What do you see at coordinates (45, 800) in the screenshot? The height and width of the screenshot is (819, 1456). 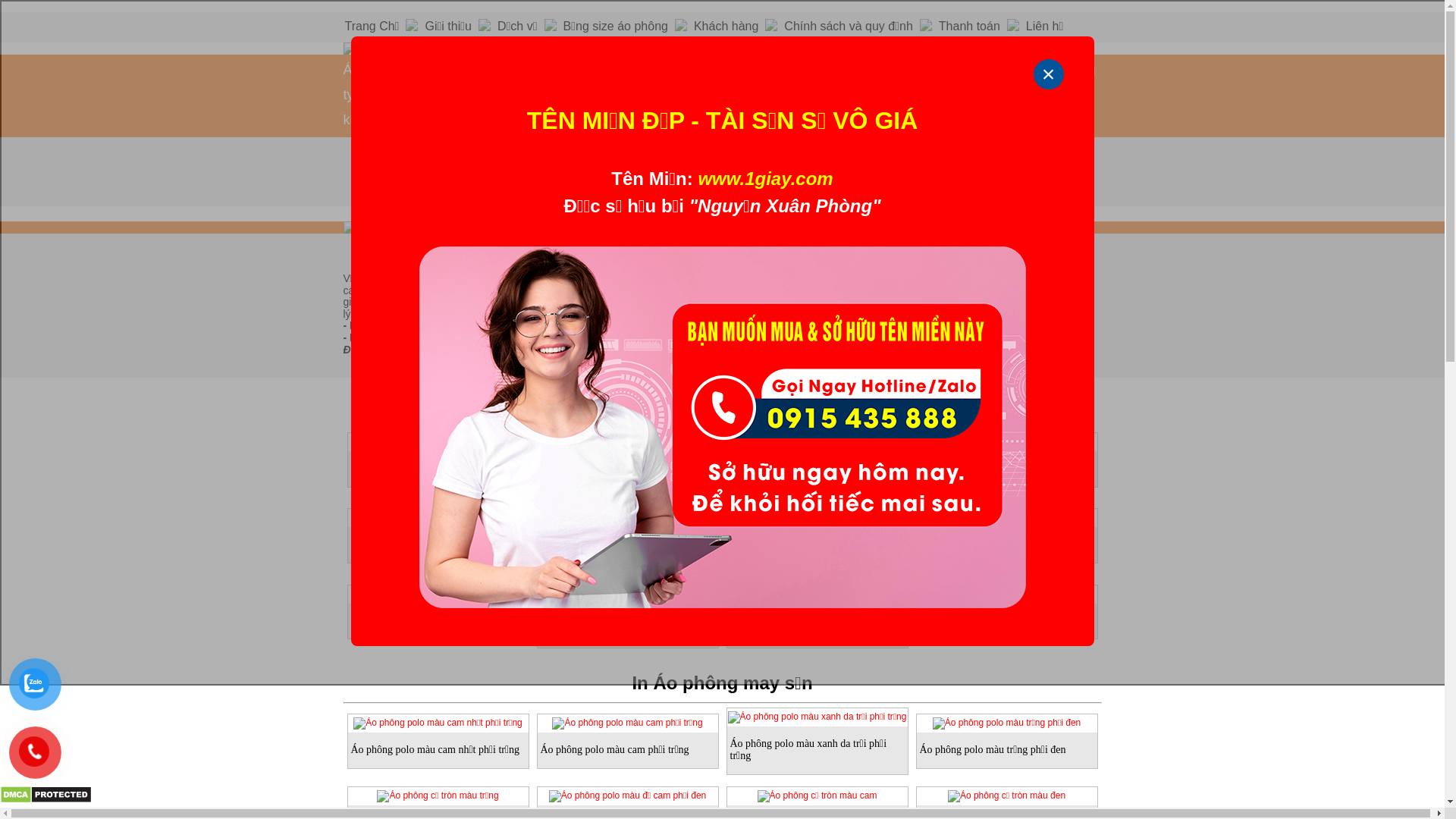 I see `'DMCA.com Protection Status'` at bounding box center [45, 800].